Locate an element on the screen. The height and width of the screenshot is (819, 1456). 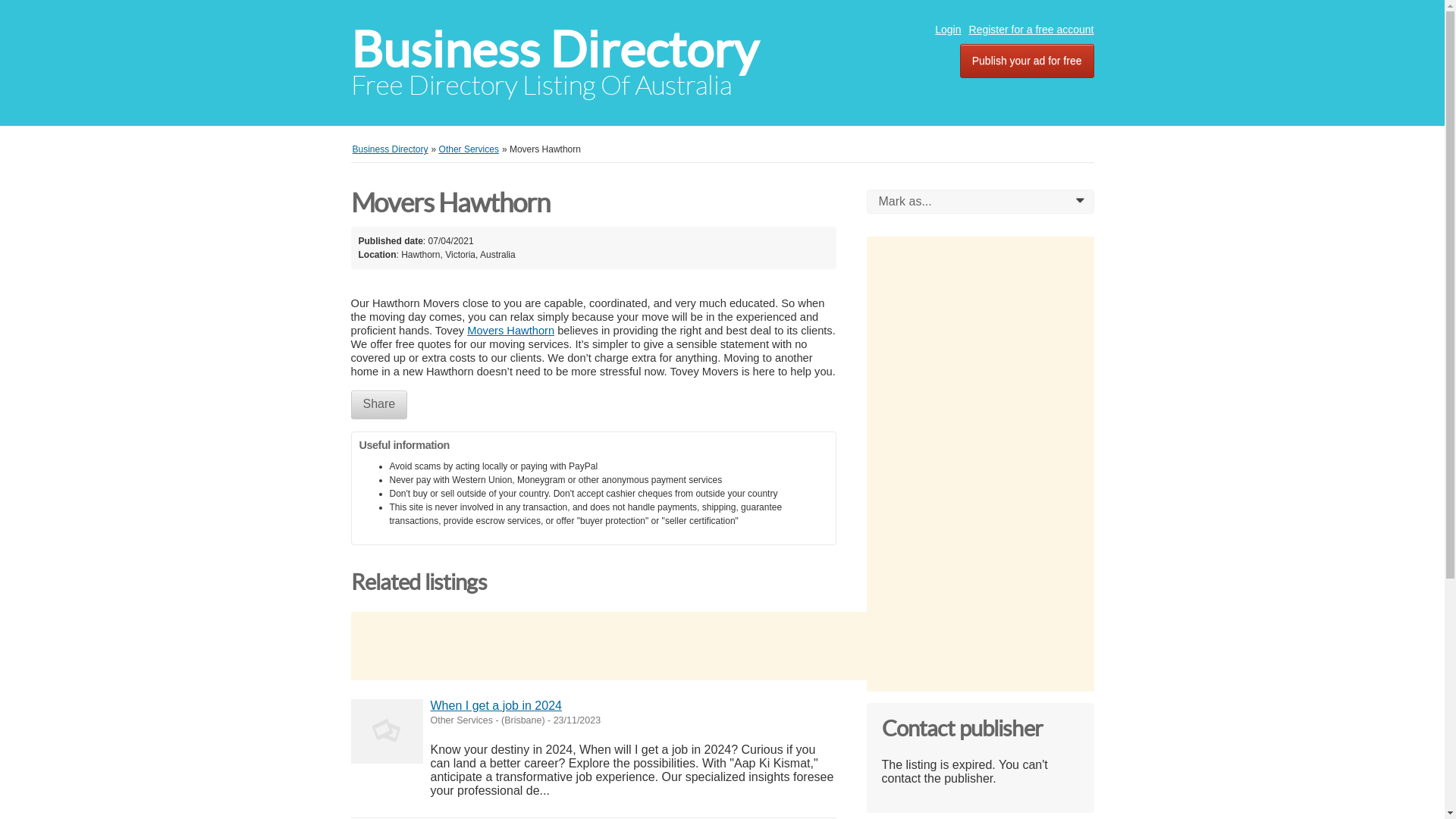
'Business Directory' is located at coordinates (351, 149).